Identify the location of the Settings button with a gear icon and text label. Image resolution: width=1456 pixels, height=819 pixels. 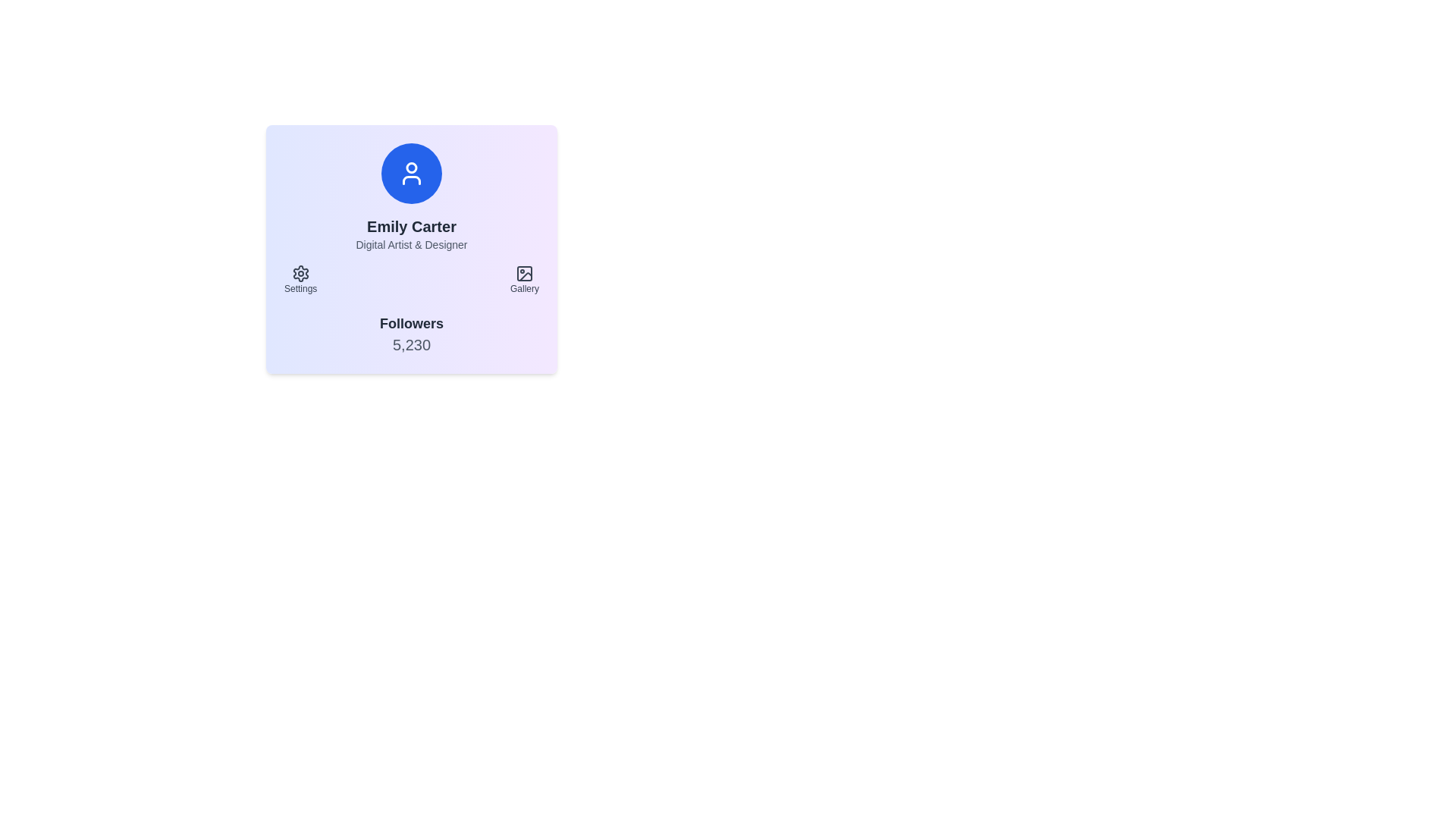
(300, 280).